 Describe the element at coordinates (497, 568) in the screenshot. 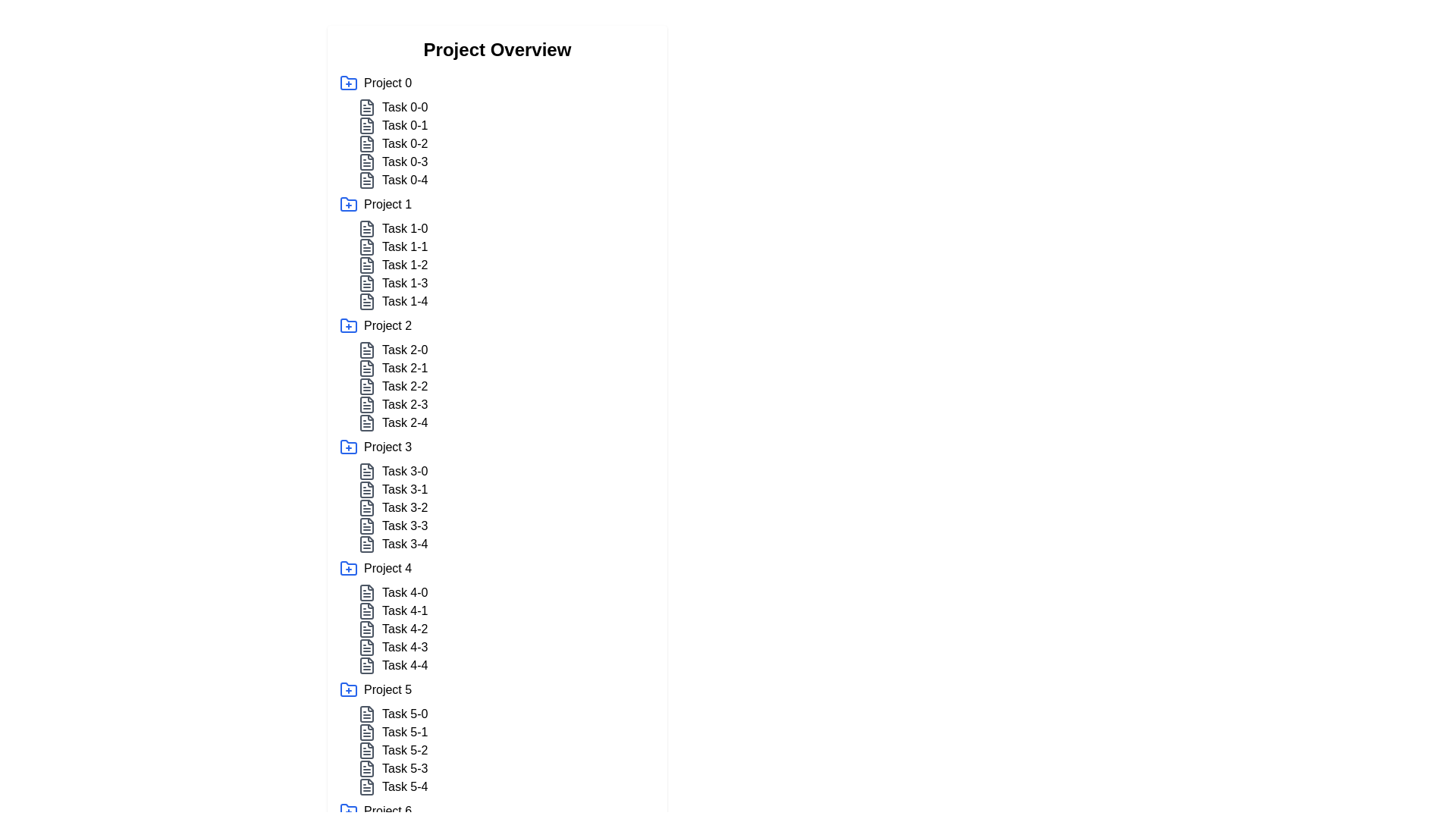

I see `the 'Project 4' button-like expandable list item, which is the topmost entry in its group under 'Project Overview'` at that location.